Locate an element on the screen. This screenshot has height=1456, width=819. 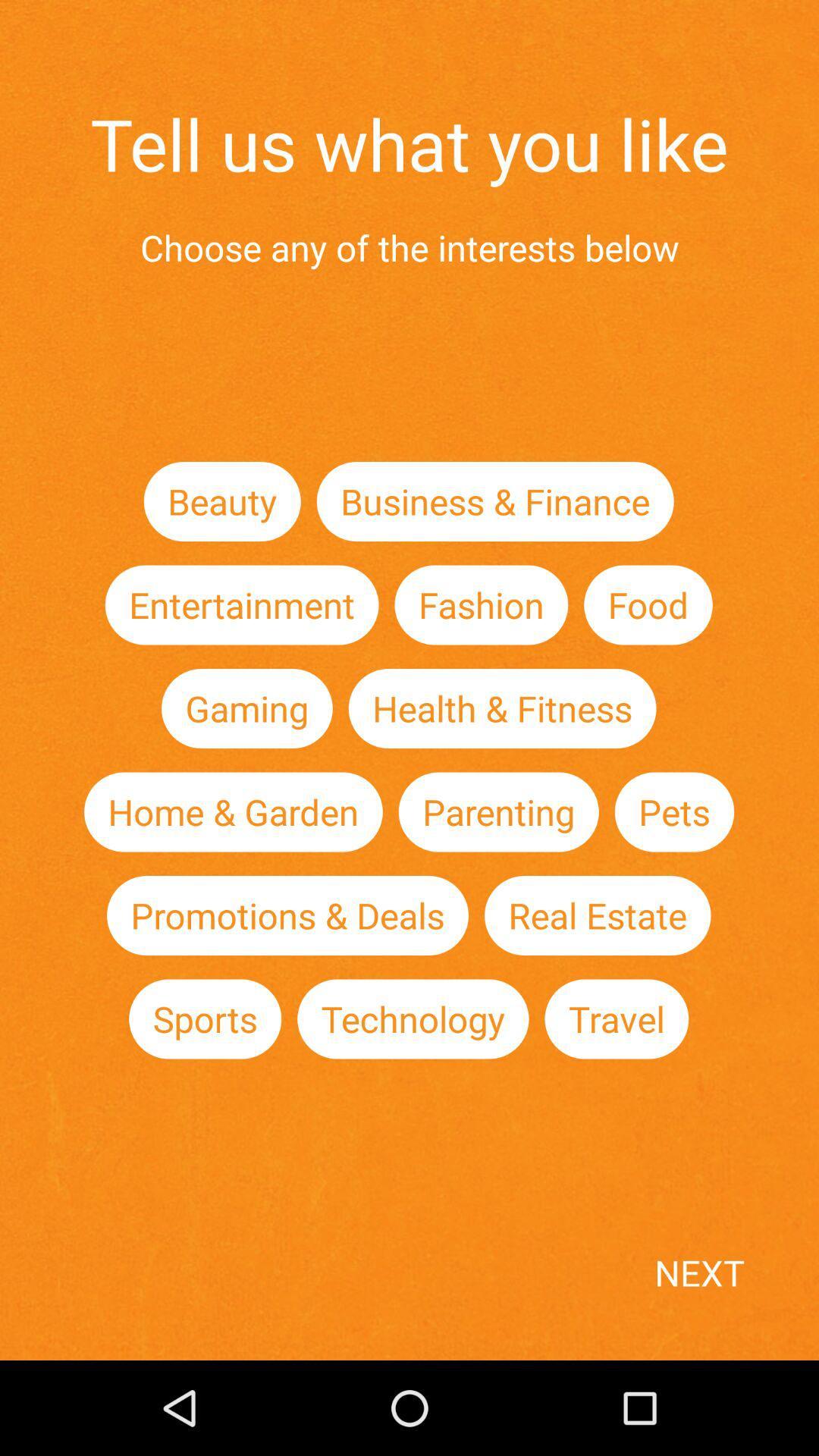
item next to the travel item is located at coordinates (413, 1019).